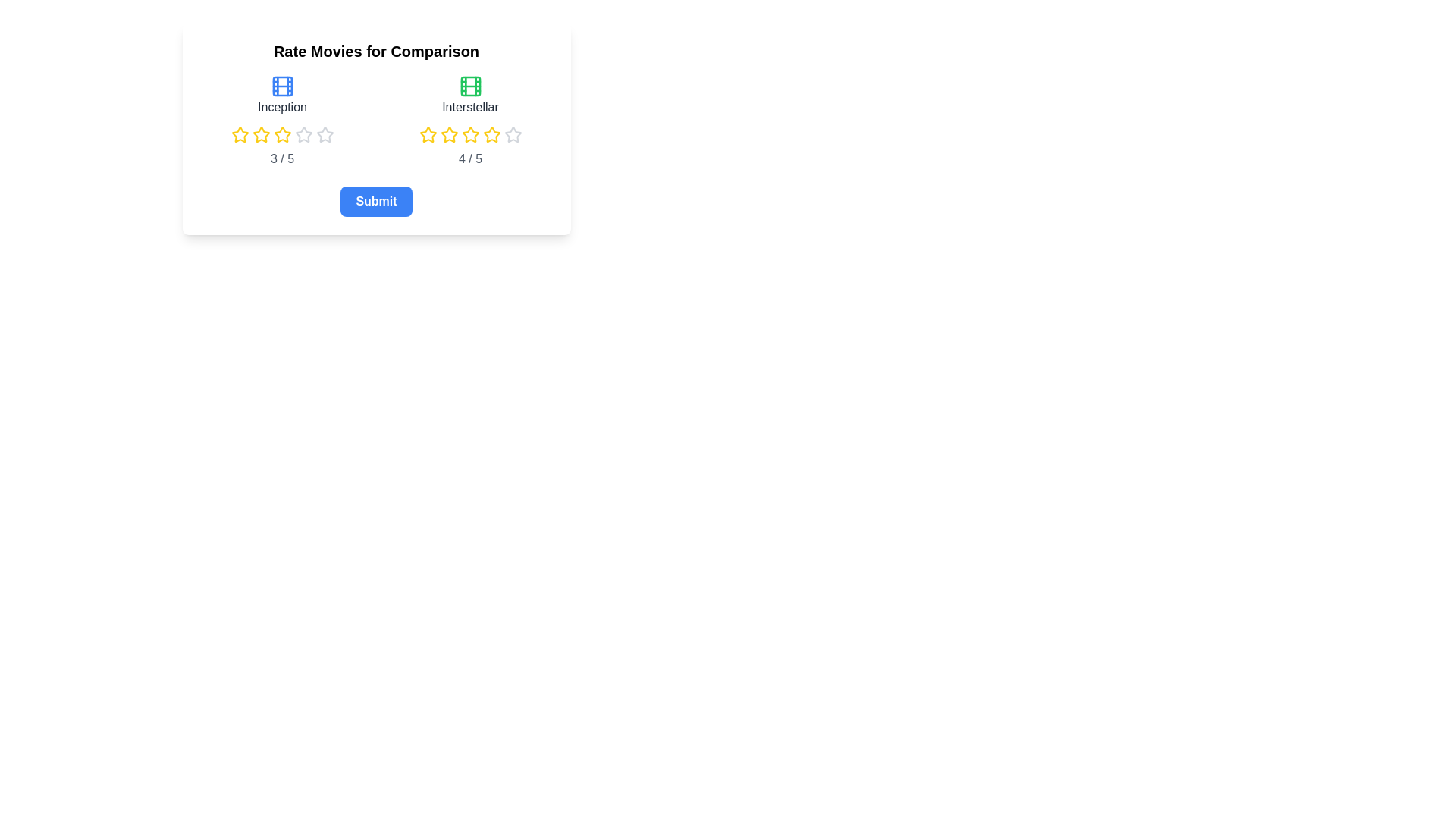 The image size is (1456, 819). Describe the element at coordinates (376, 201) in the screenshot. I see `the submit button to submit the ratings` at that location.